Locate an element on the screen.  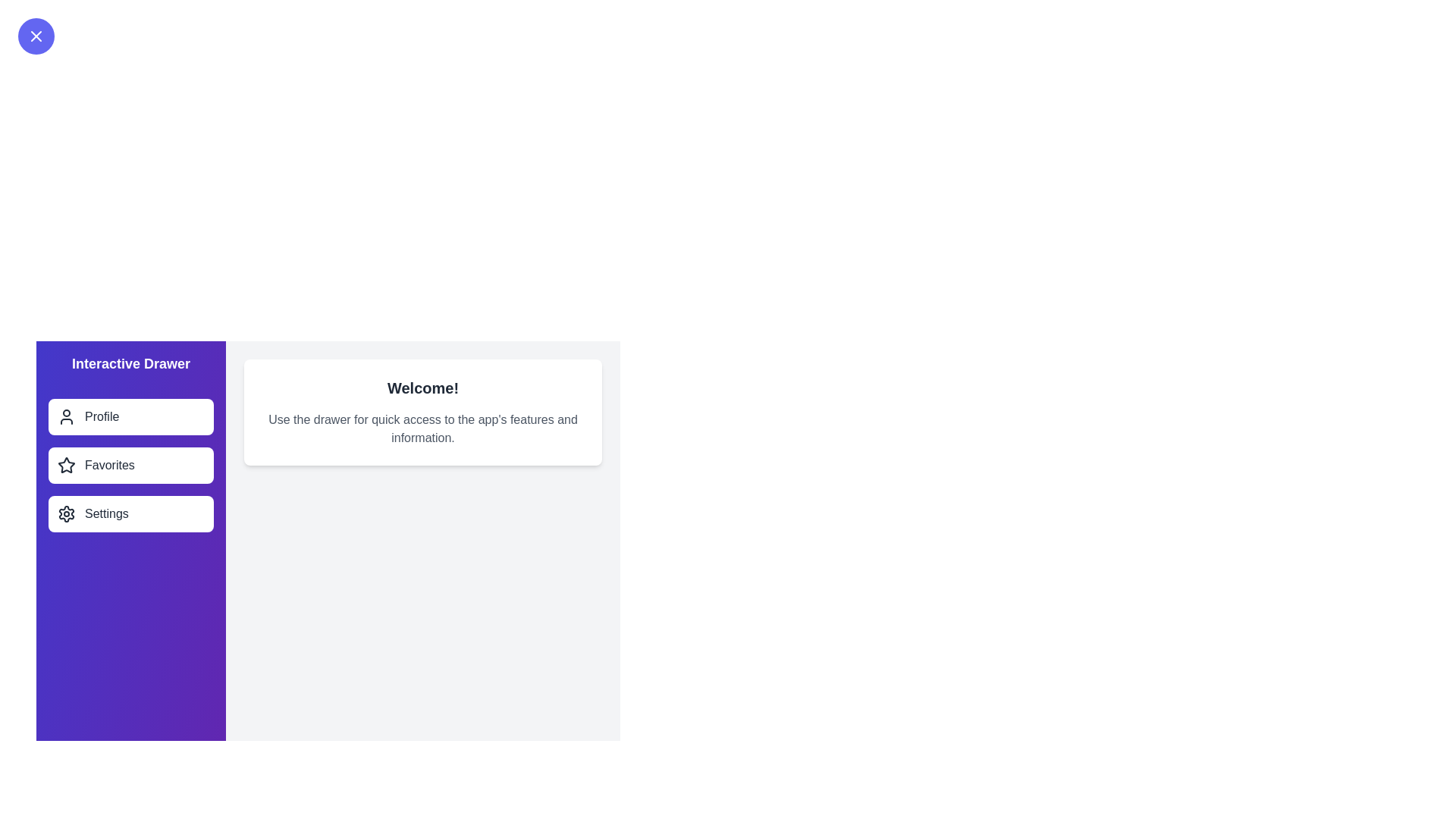
the toggle button in the top-left corner to toggle the drawer's open or closed state is located at coordinates (36, 35).